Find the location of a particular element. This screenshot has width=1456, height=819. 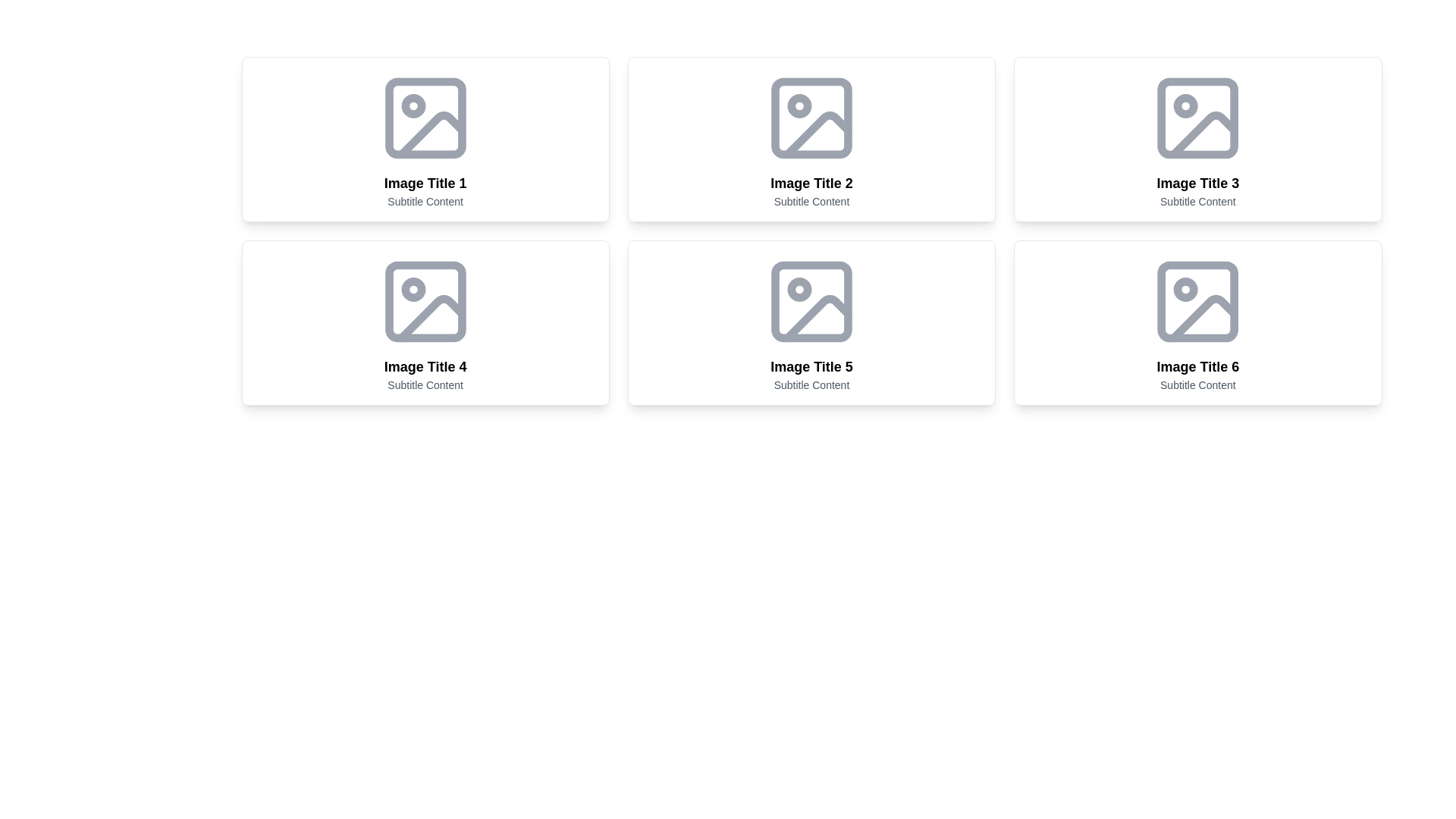

the small circular graphic located inside the fifth image card of the gallery section, which is marked by a dot in the center of the icon is located at coordinates (799, 289).